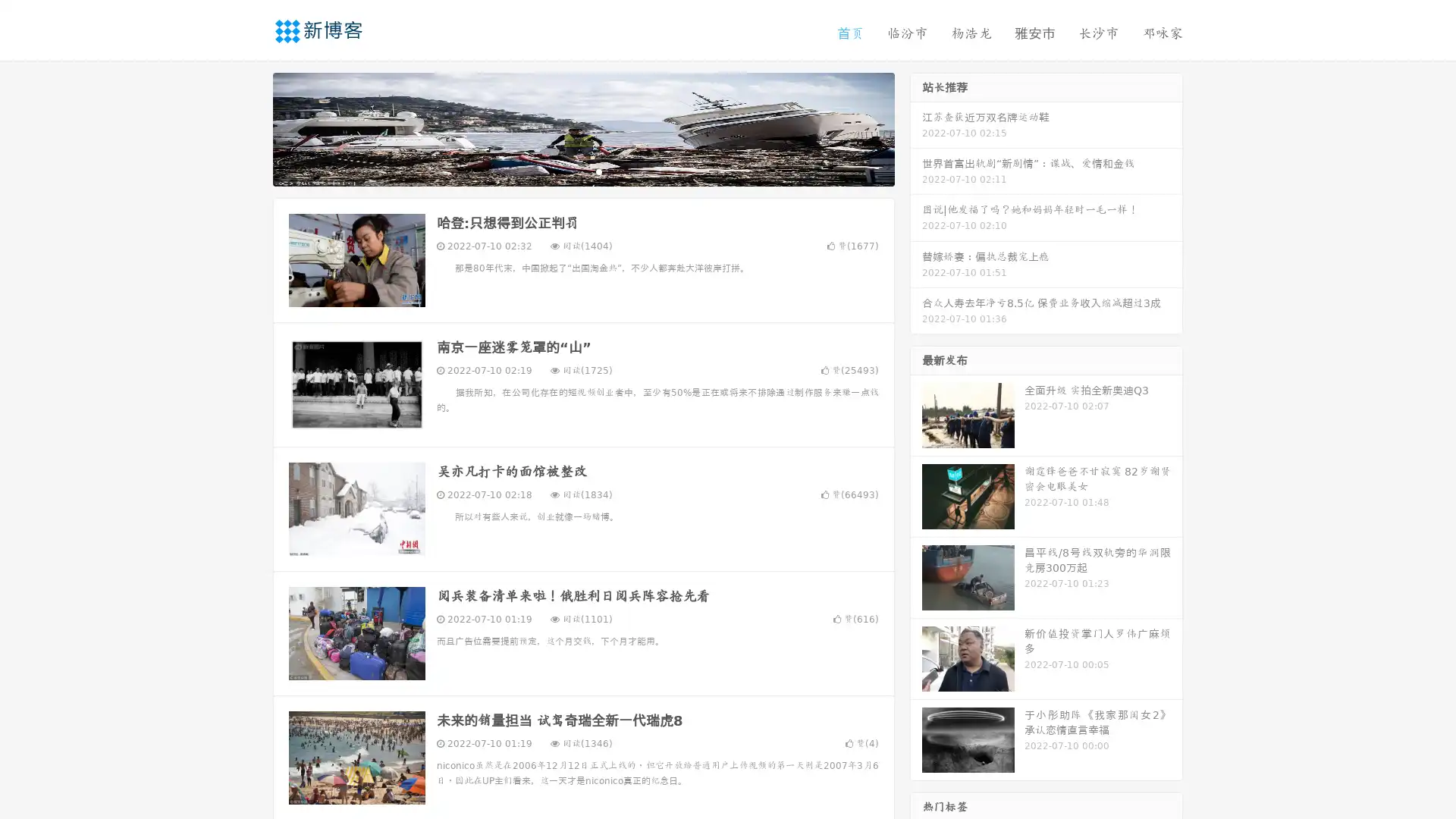 This screenshot has width=1456, height=819. What do you see at coordinates (582, 171) in the screenshot?
I see `Go to slide 2` at bounding box center [582, 171].